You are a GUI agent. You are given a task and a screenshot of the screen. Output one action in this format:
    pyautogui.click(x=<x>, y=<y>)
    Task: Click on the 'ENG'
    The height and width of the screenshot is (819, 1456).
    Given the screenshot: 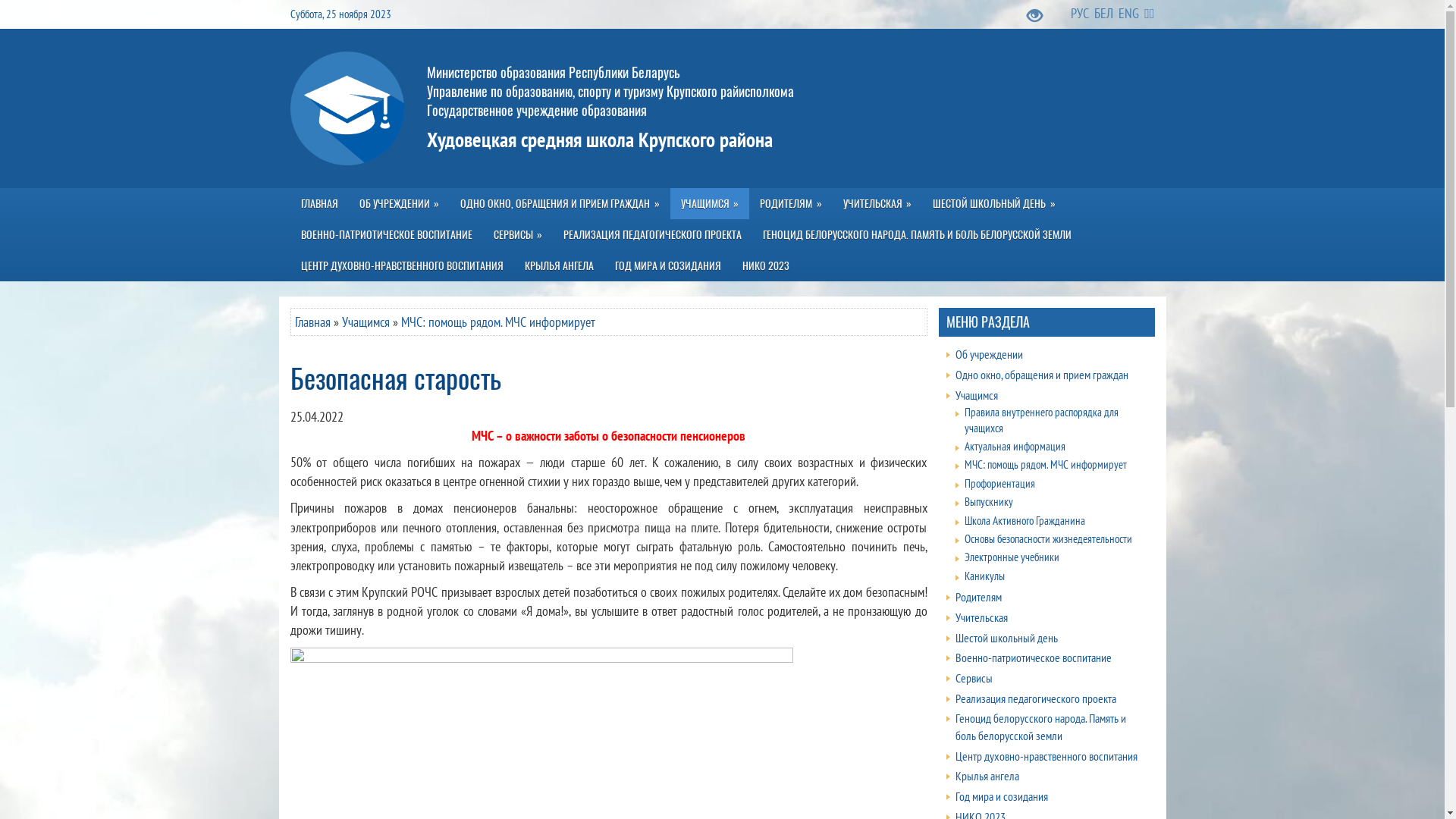 What is the action you would take?
    pyautogui.click(x=1118, y=13)
    